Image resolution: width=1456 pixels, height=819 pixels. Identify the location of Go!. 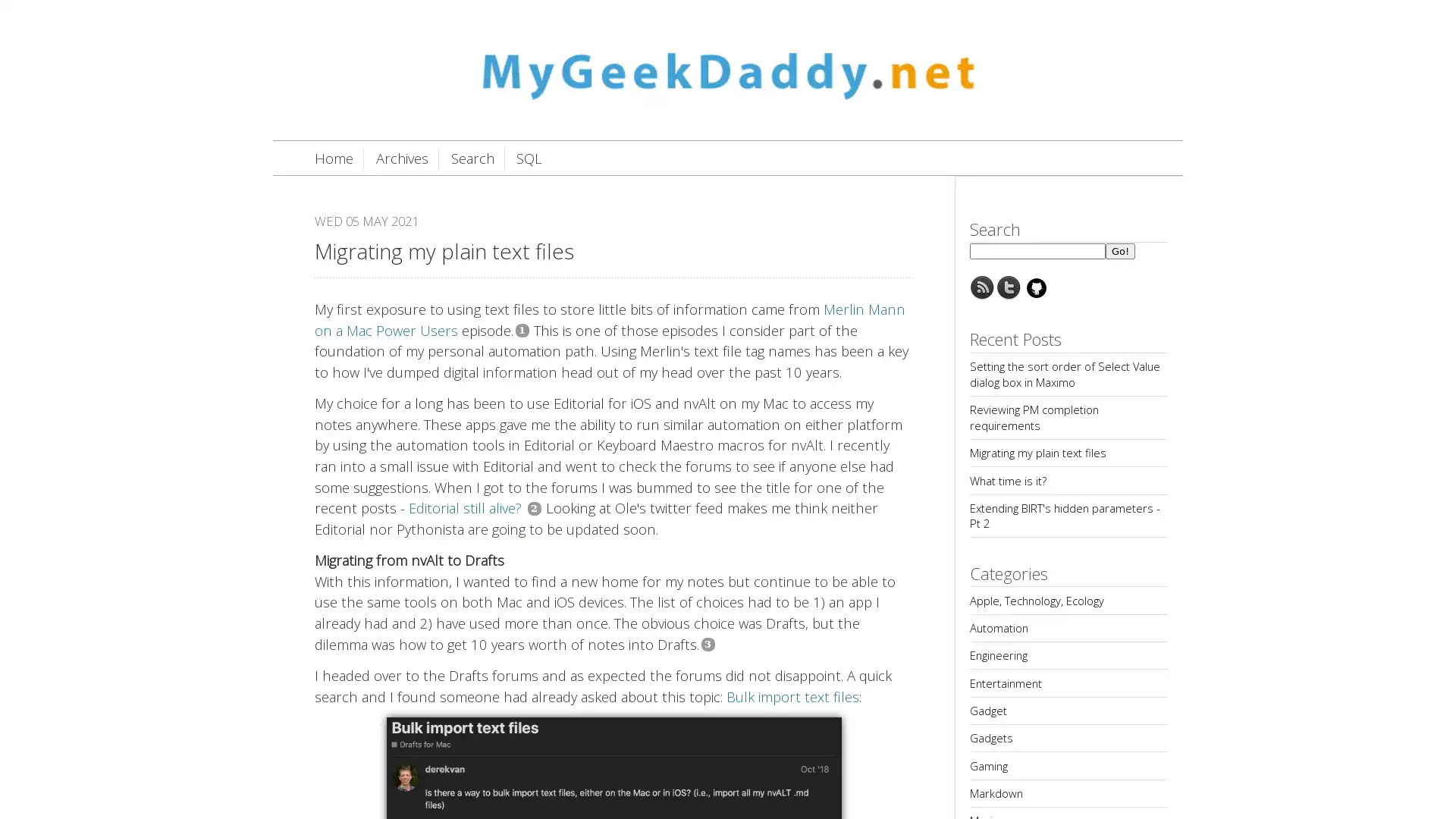
(1120, 250).